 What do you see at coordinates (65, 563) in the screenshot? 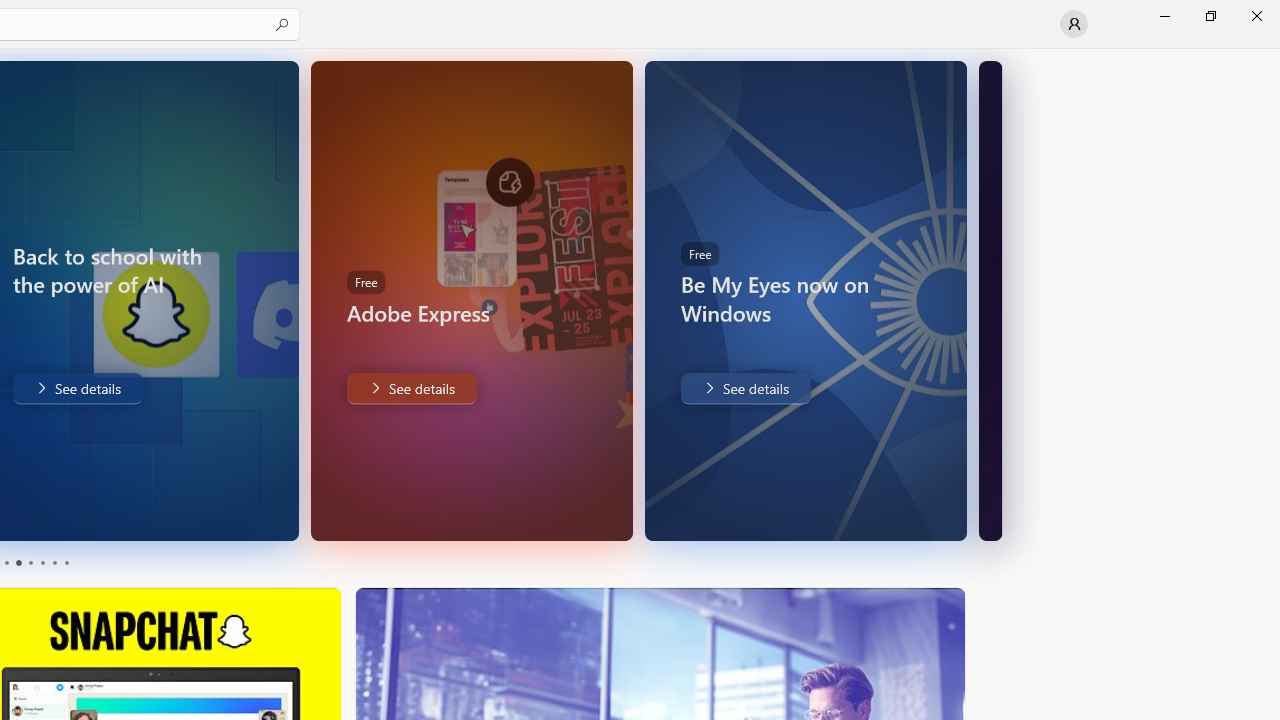
I see `'Page 6'` at bounding box center [65, 563].